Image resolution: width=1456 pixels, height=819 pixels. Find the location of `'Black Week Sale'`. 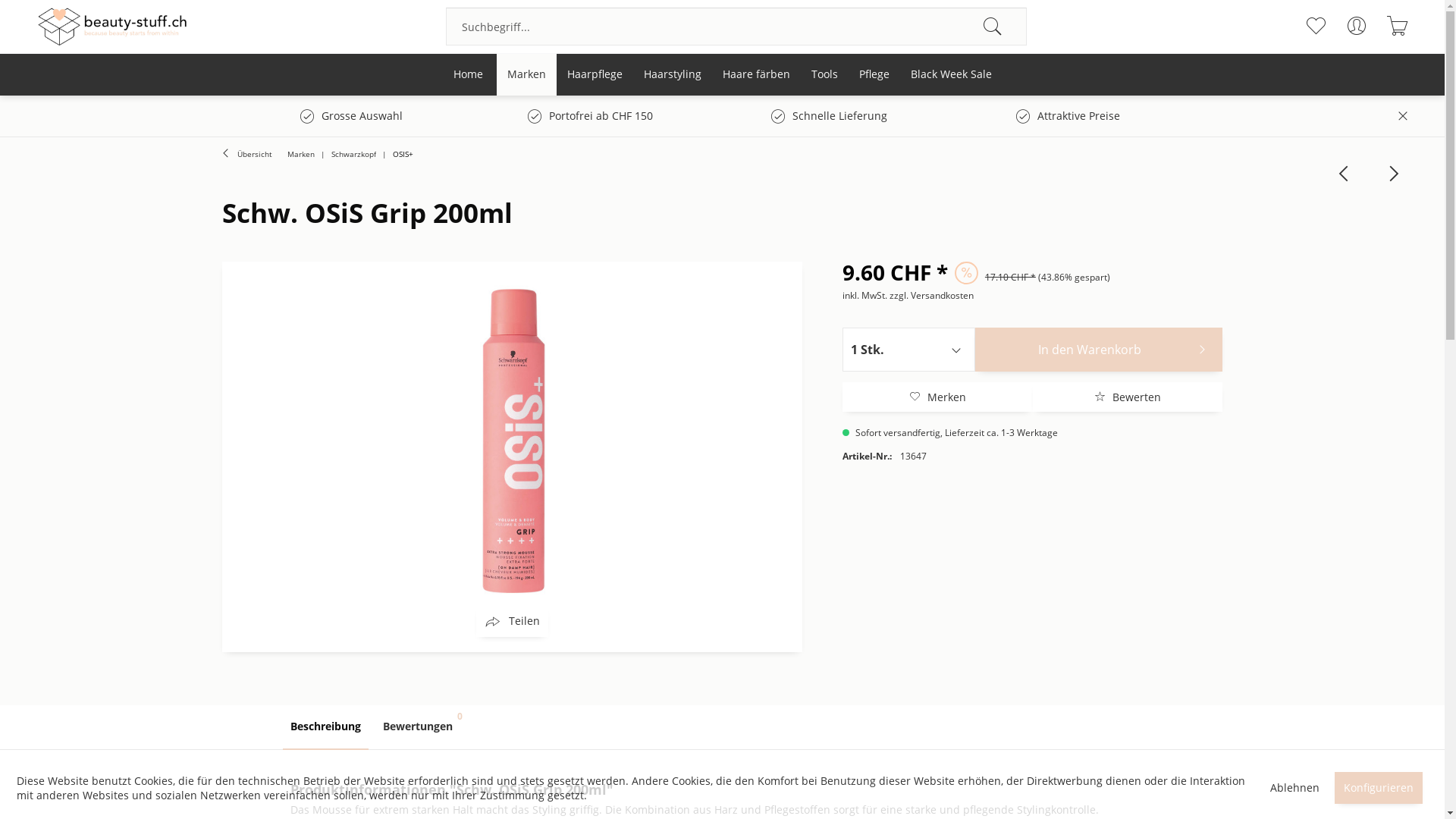

'Black Week Sale' is located at coordinates (949, 74).